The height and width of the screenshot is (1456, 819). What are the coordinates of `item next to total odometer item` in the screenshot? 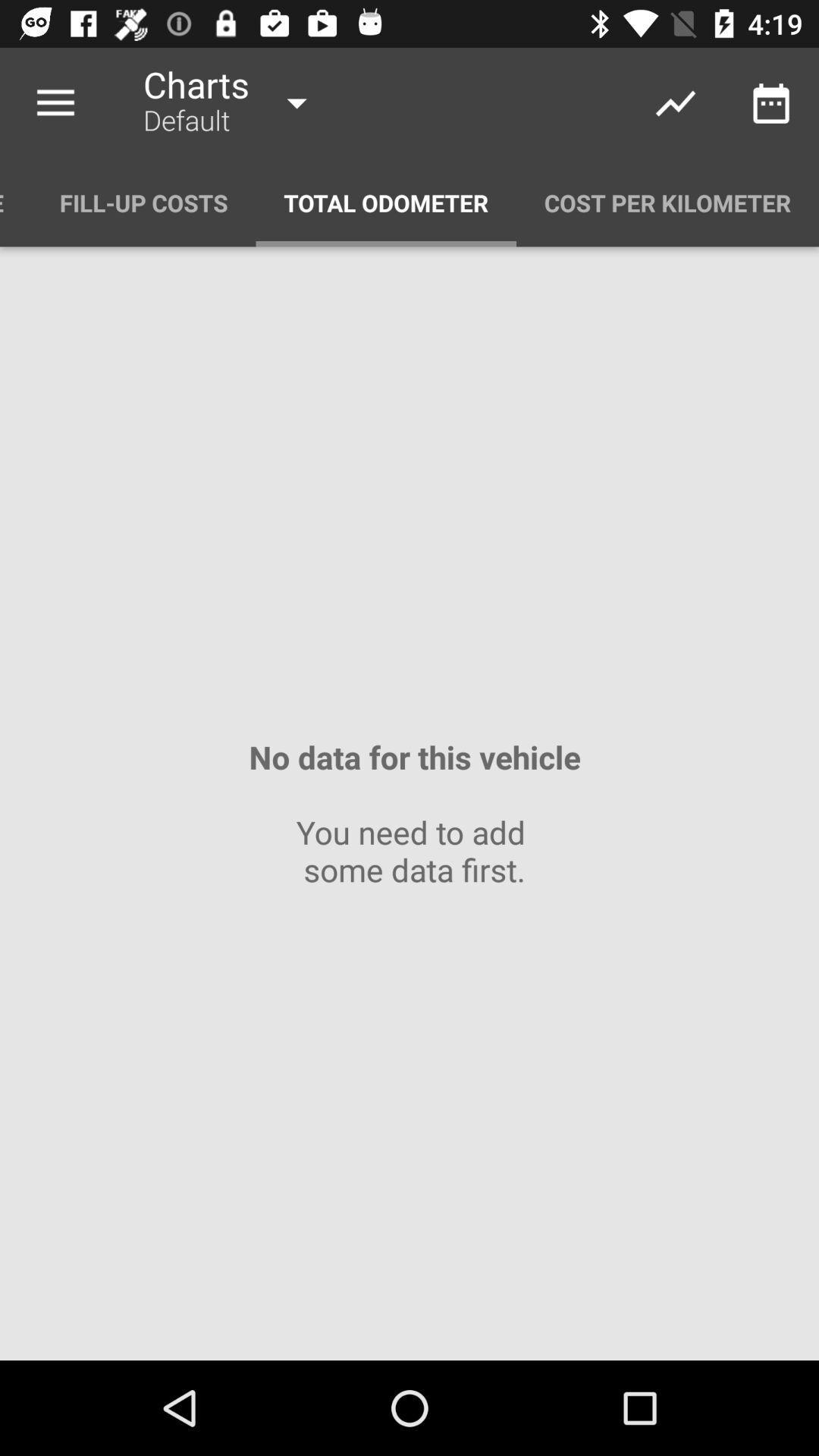 It's located at (667, 202).